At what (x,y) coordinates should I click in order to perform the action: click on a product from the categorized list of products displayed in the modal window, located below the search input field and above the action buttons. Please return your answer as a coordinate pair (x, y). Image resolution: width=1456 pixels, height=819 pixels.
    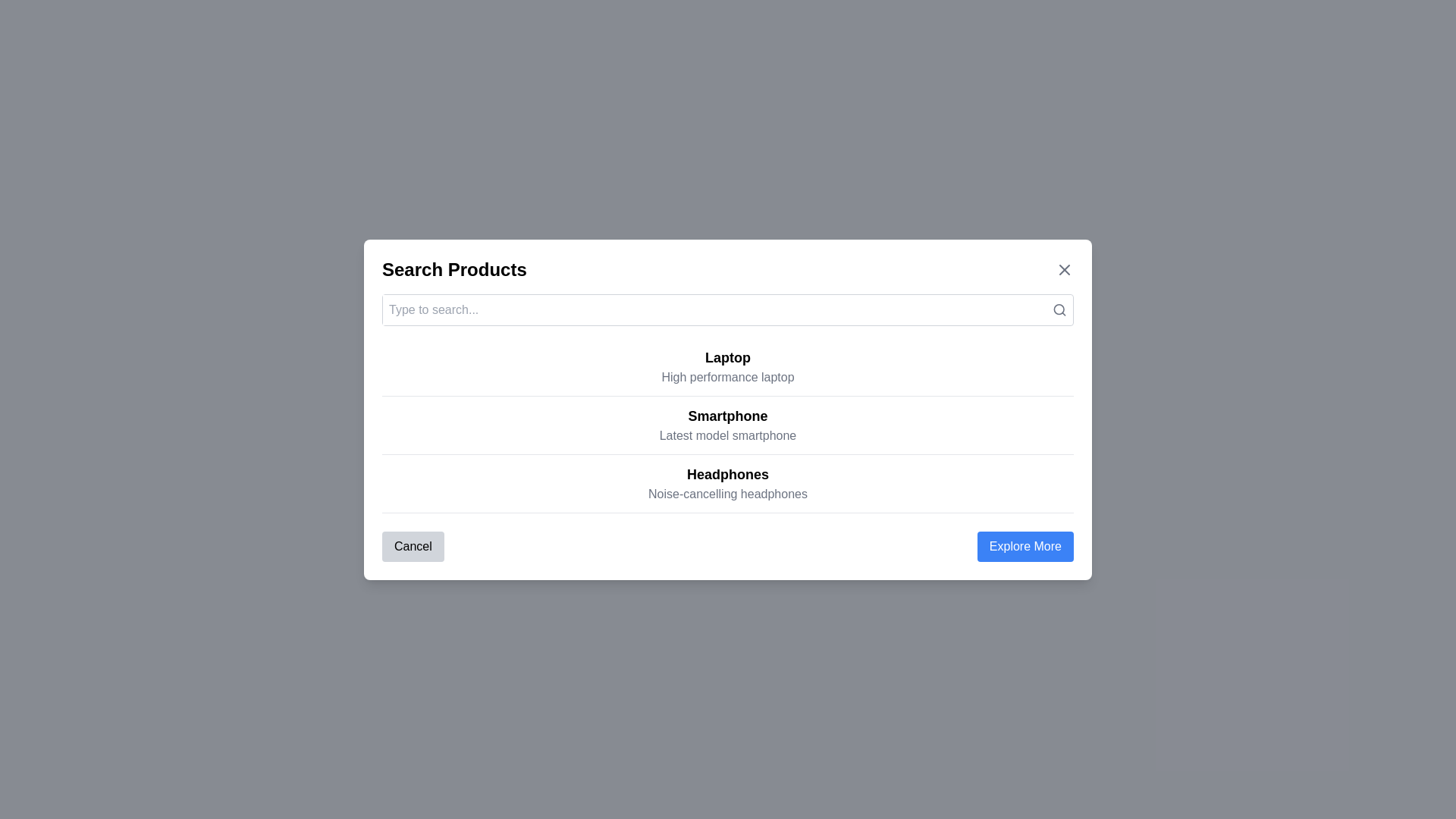
    Looking at the image, I should click on (728, 425).